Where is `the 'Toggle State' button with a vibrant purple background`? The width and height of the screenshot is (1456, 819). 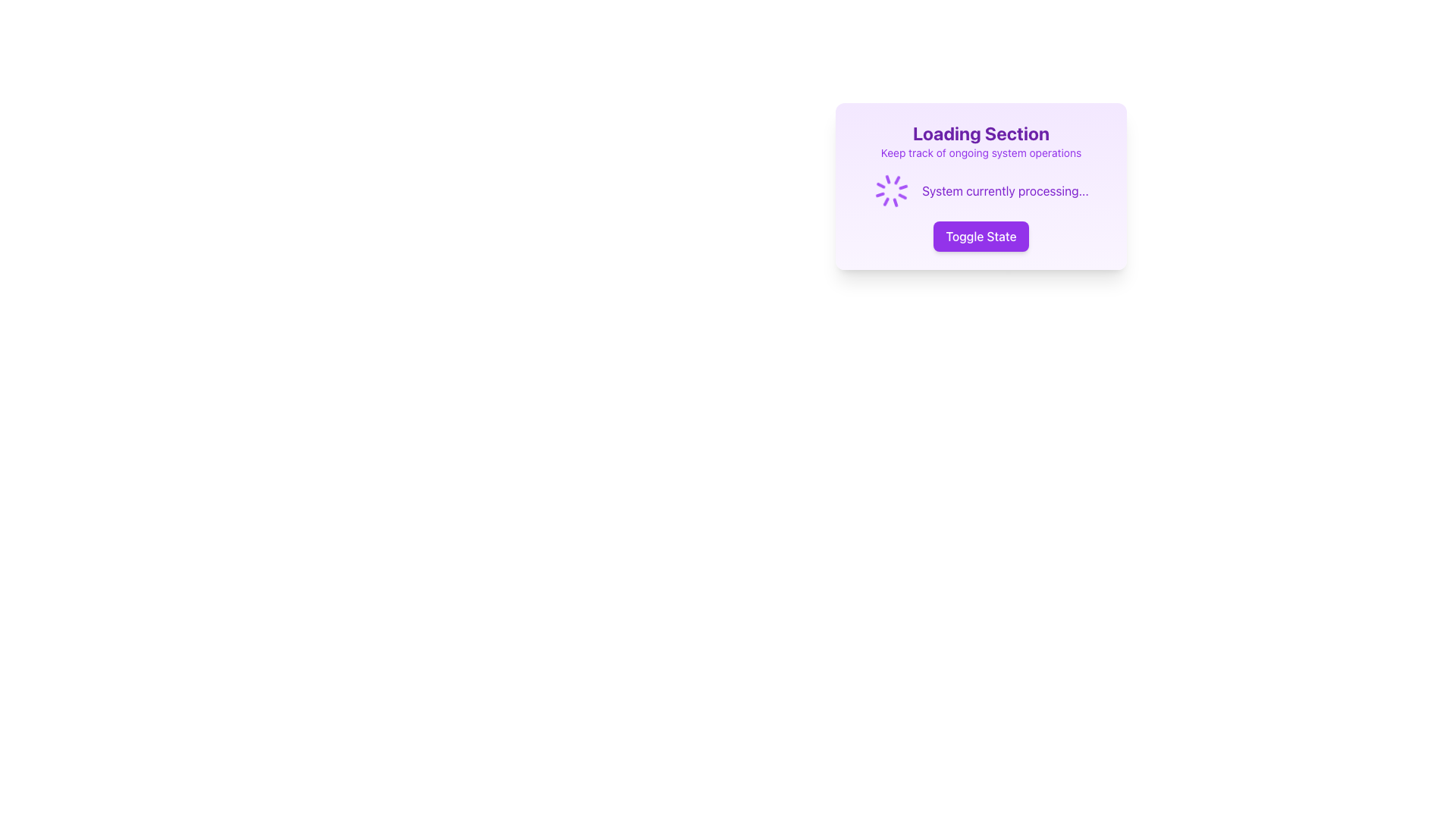
the 'Toggle State' button with a vibrant purple background is located at coordinates (981, 237).